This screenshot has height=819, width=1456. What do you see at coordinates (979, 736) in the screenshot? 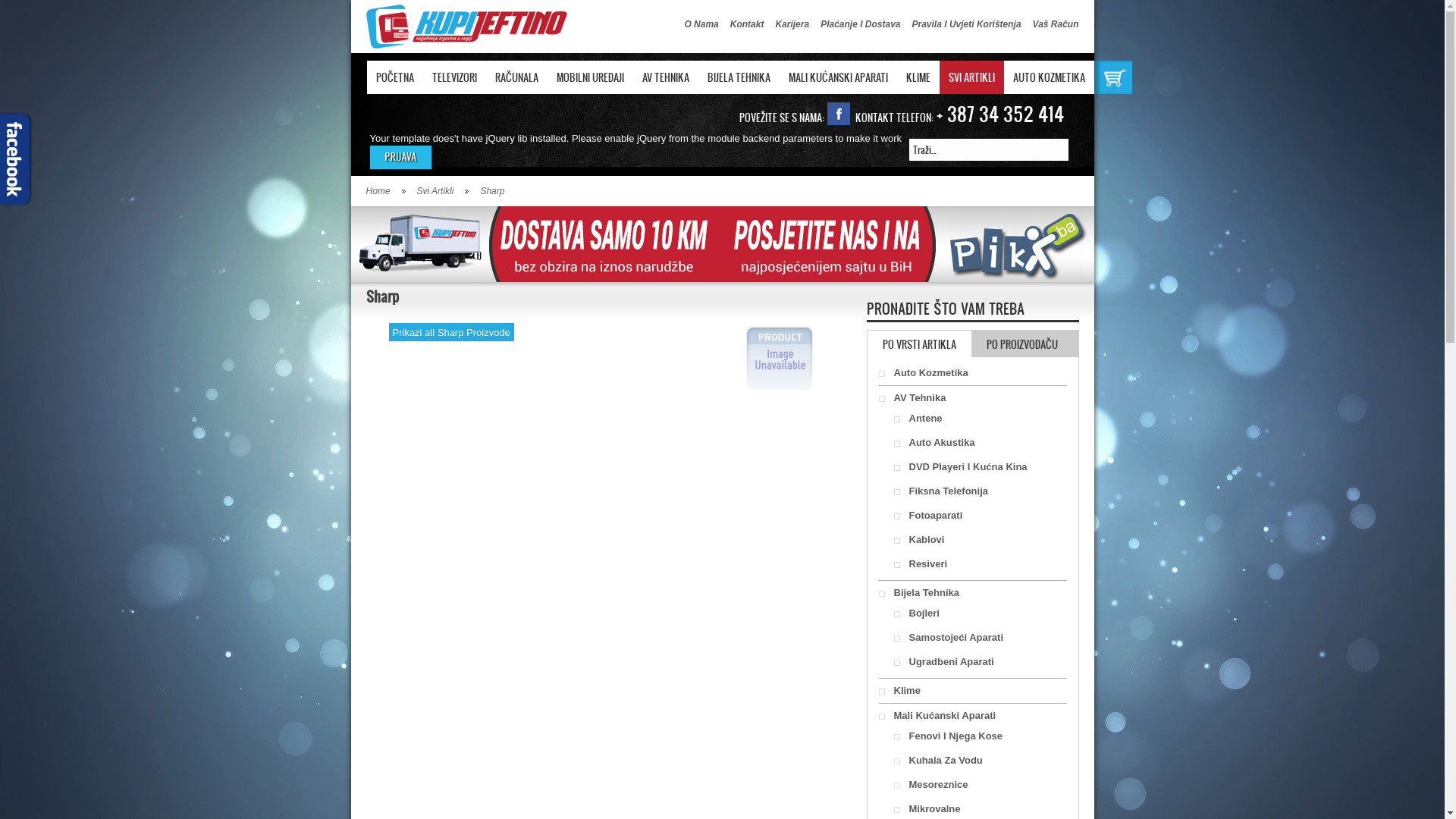
I see `'Fenovi I Njega Kose'` at bounding box center [979, 736].